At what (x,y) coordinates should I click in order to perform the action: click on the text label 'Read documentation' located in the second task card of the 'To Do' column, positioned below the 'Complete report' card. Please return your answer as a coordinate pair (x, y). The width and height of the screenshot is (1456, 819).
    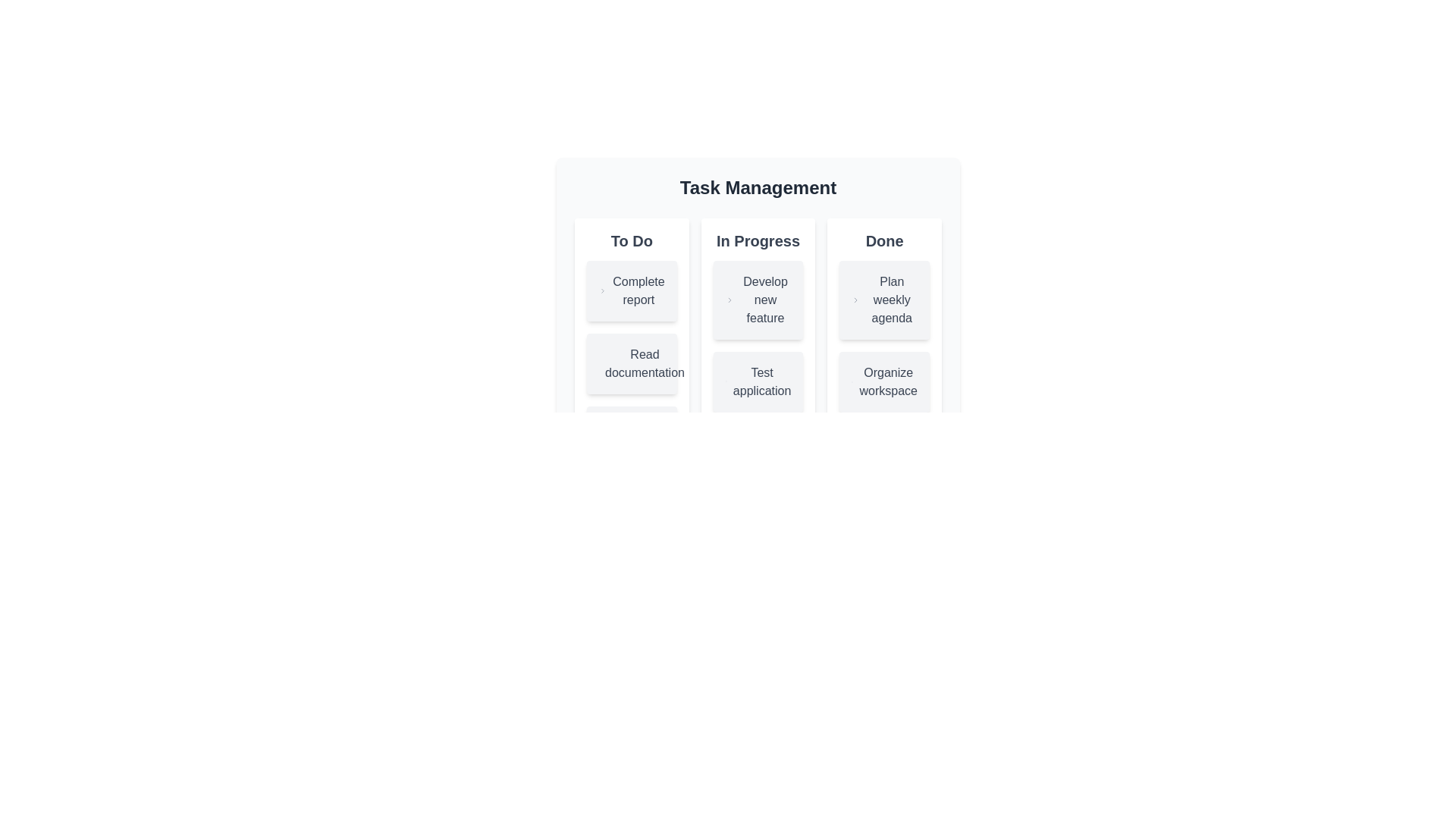
    Looking at the image, I should click on (645, 363).